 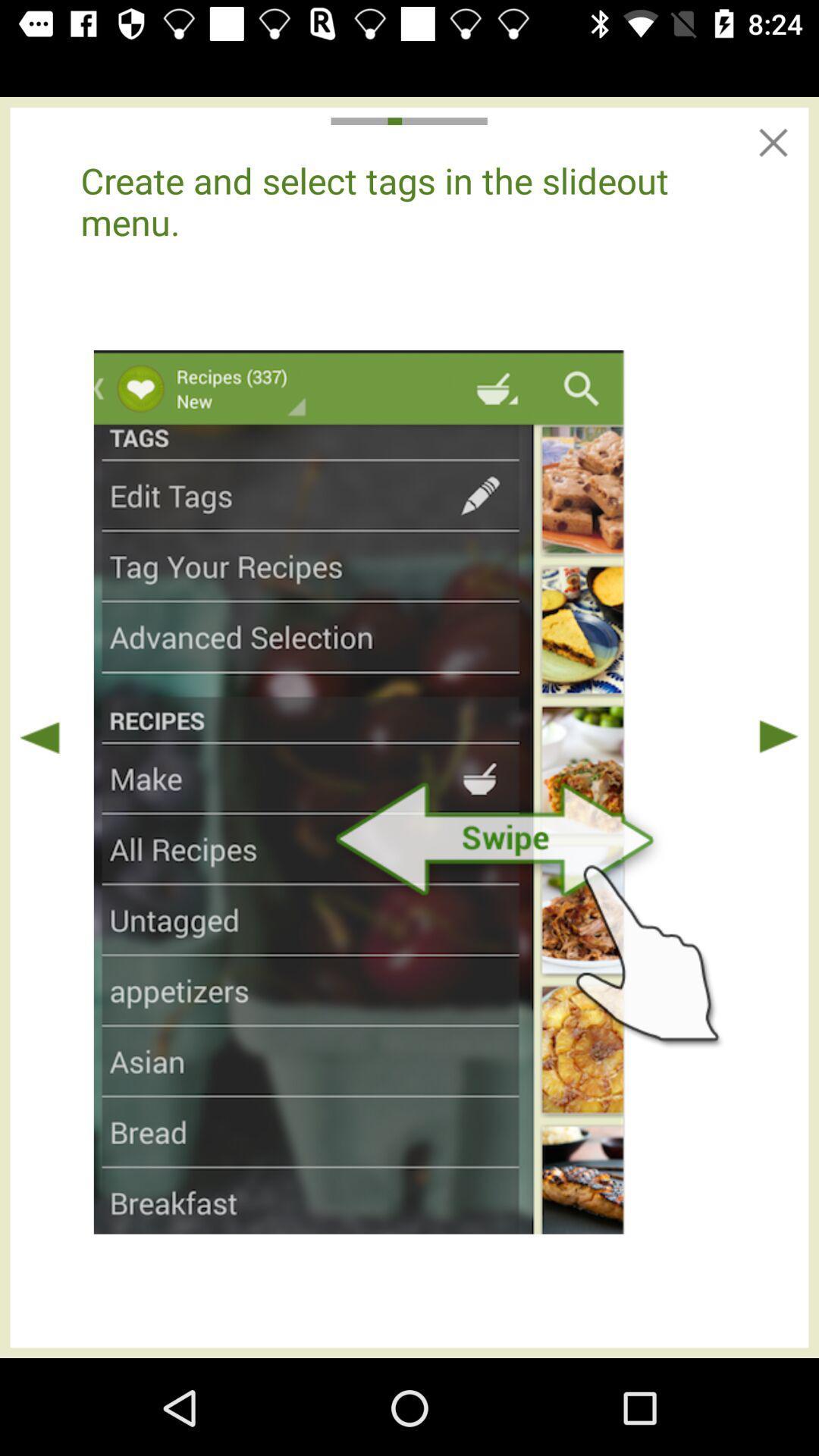 What do you see at coordinates (778, 736) in the screenshot?
I see `next option` at bounding box center [778, 736].